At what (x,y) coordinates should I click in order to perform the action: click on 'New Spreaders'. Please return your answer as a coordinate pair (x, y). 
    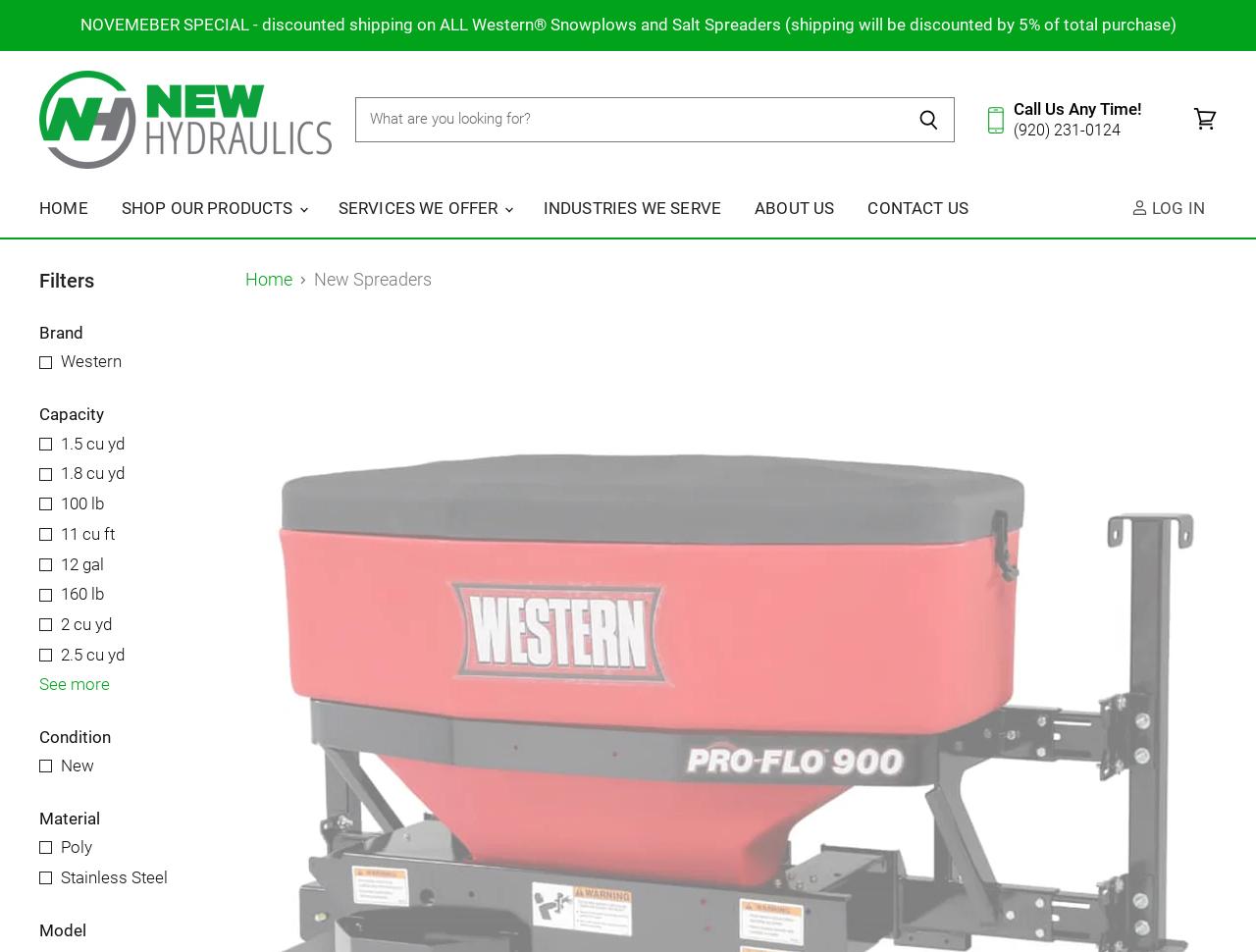
    Looking at the image, I should click on (373, 278).